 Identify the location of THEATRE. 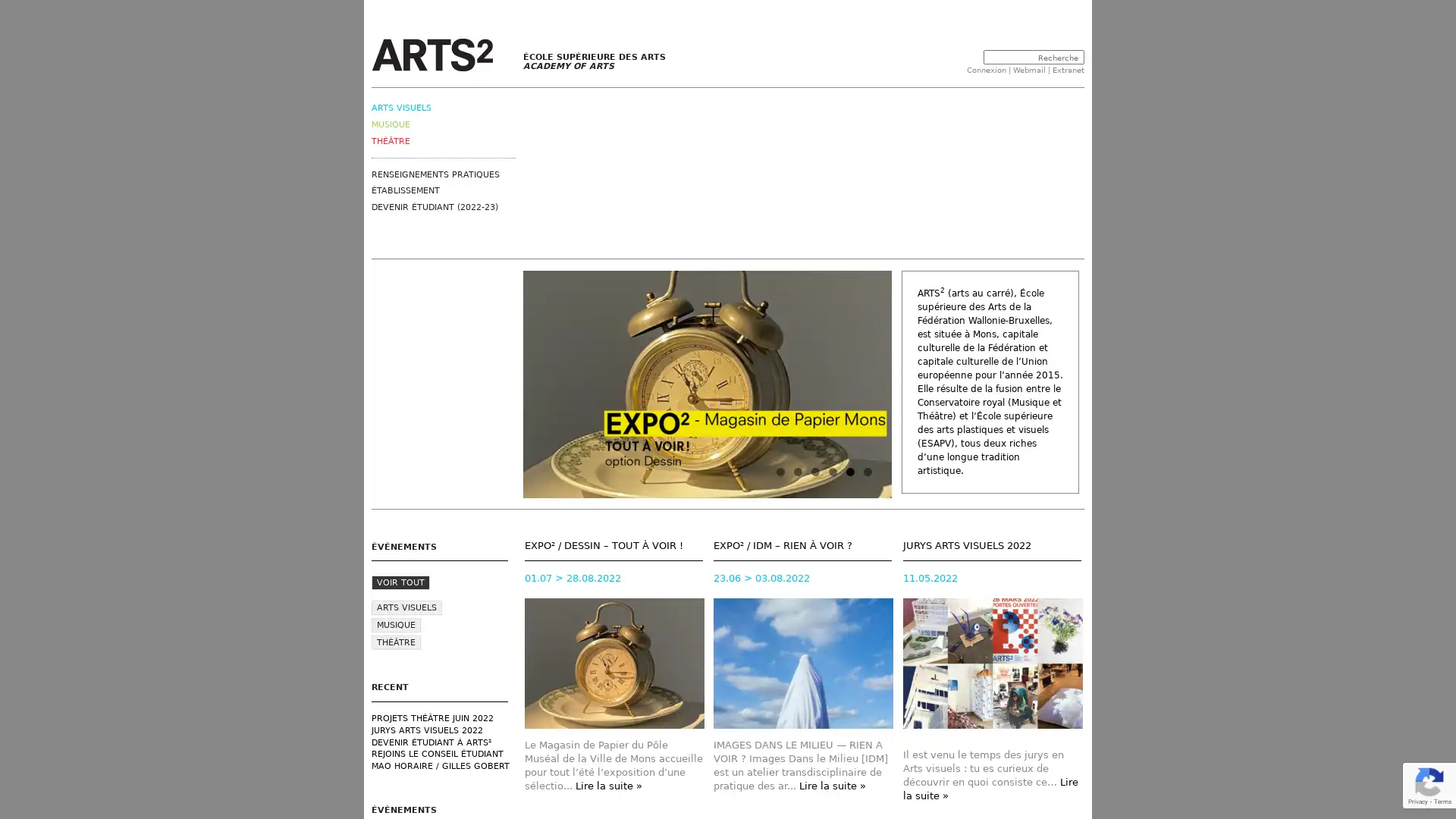
(396, 642).